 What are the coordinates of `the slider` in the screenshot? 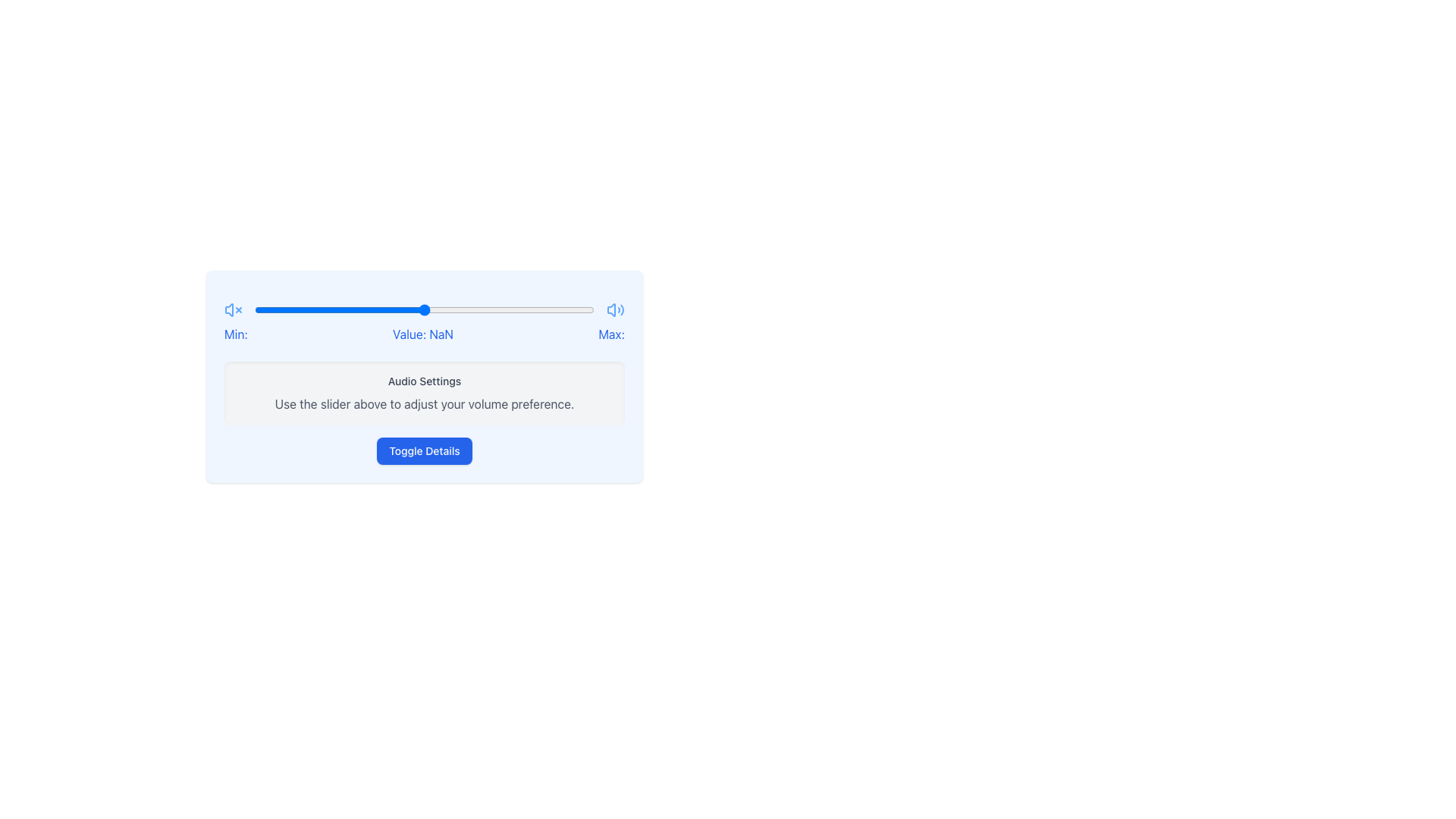 It's located at (407, 309).